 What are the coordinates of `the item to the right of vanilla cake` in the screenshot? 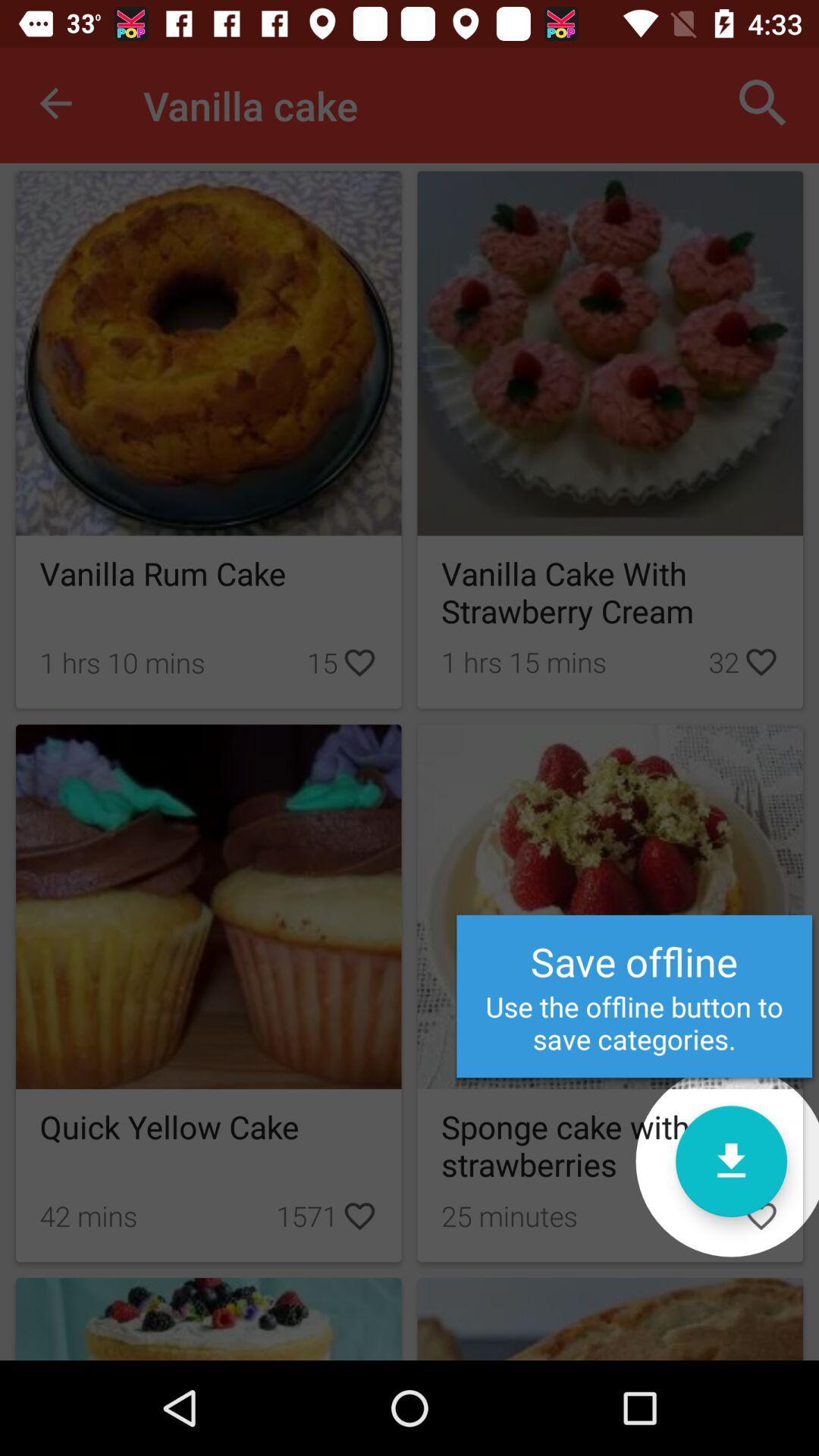 It's located at (763, 102).